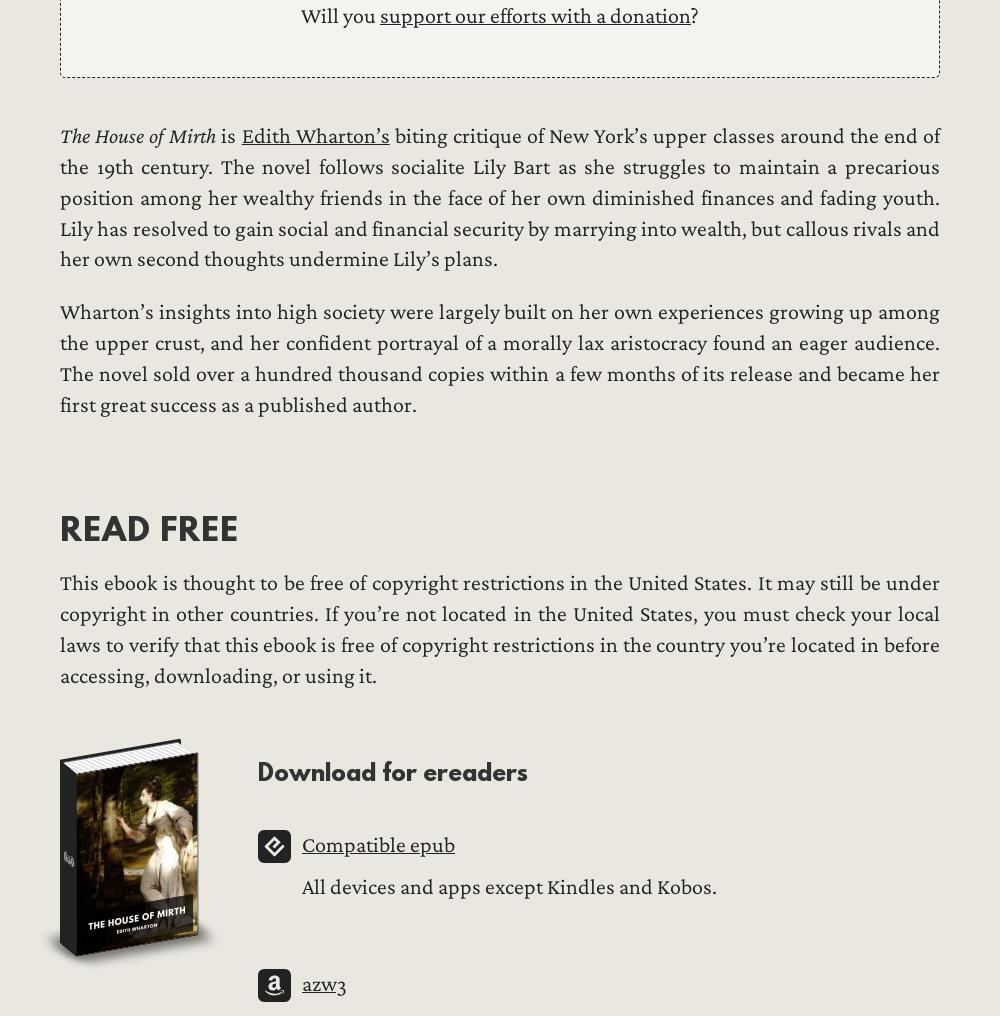 This screenshot has height=1016, width=1000. What do you see at coordinates (694, 14) in the screenshot?
I see `'?'` at bounding box center [694, 14].